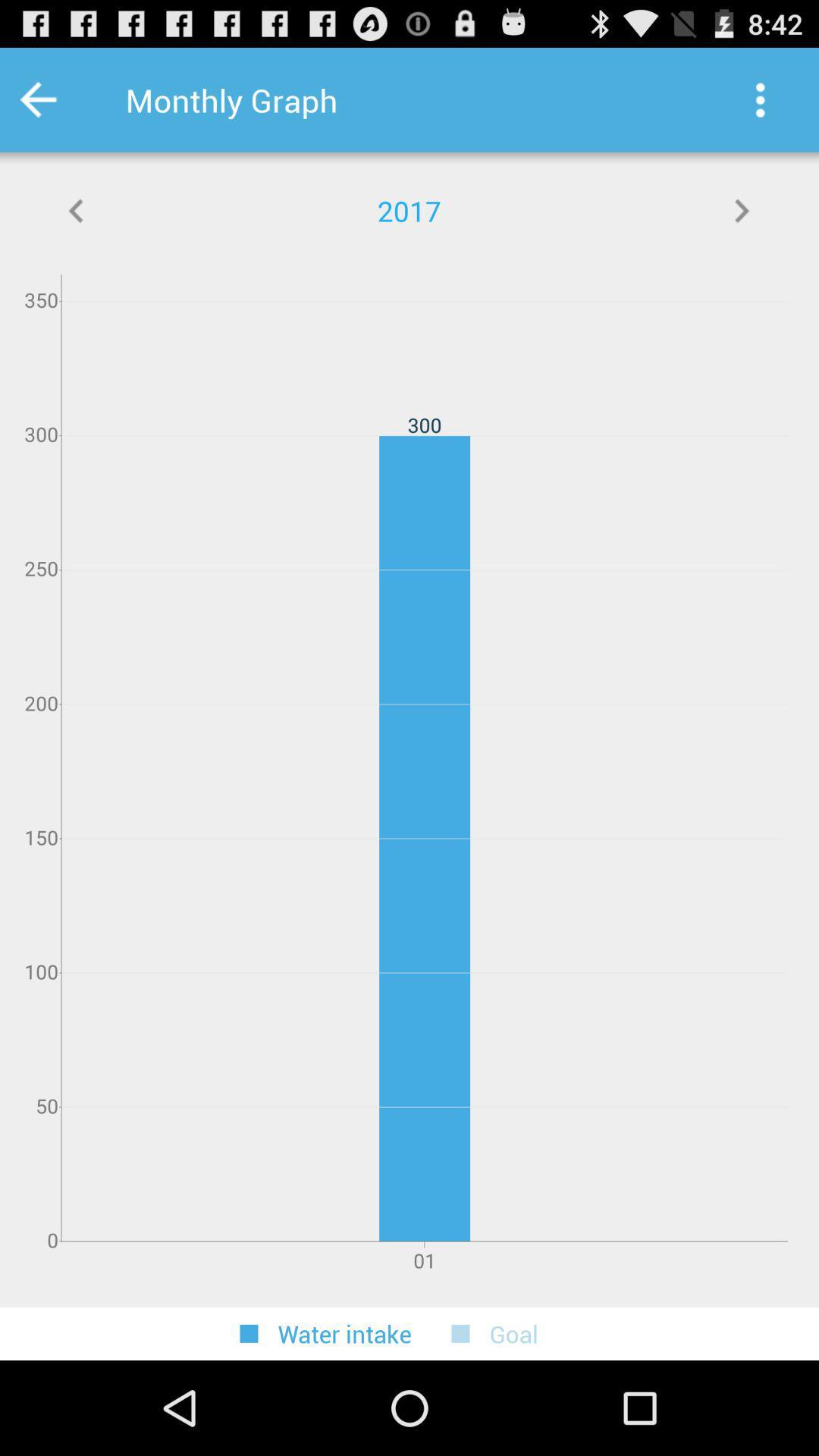 This screenshot has width=819, height=1456. What do you see at coordinates (77, 210) in the screenshot?
I see `displays more graph info` at bounding box center [77, 210].